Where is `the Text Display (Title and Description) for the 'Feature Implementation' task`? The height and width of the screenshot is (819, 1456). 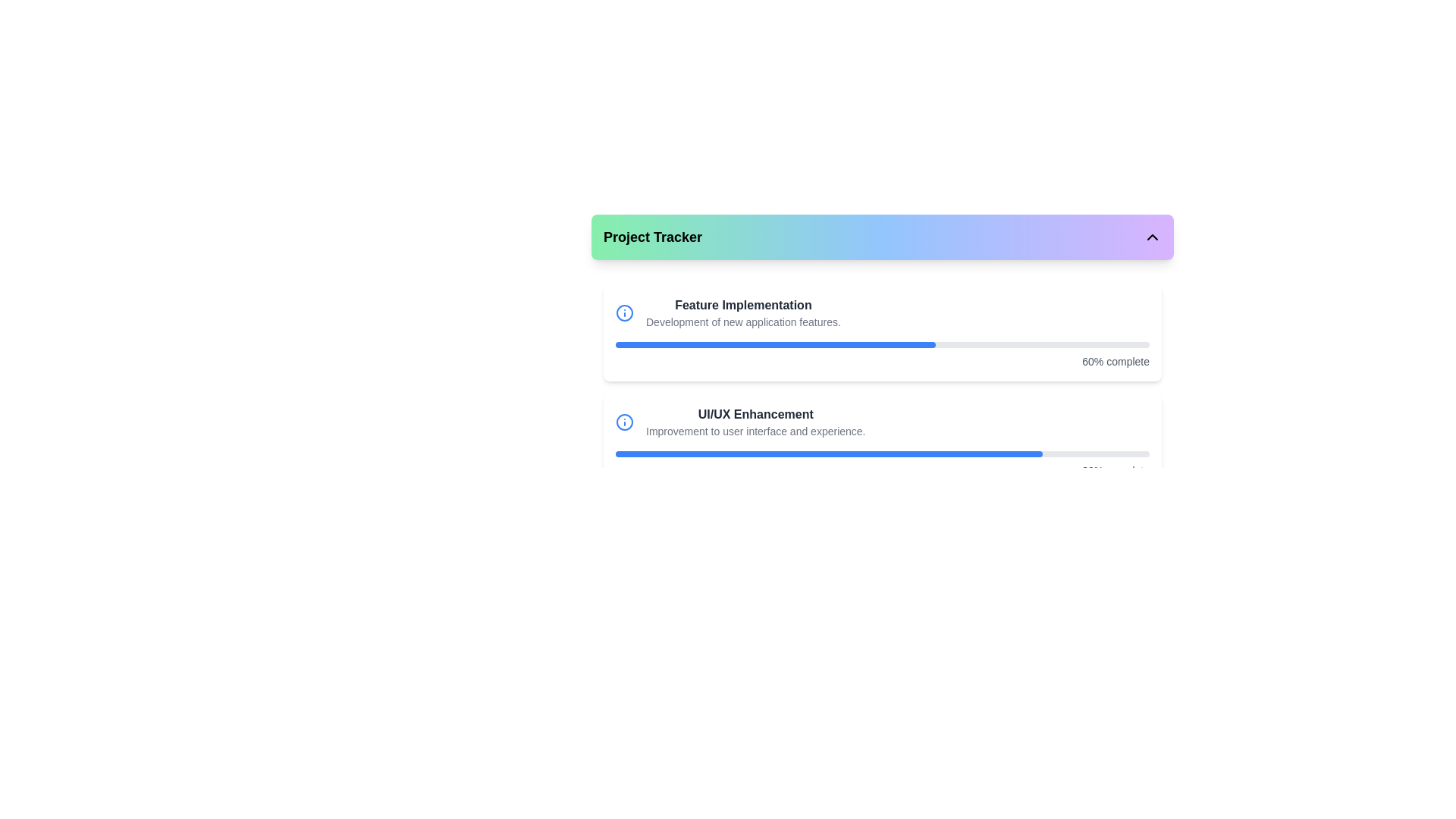 the Text Display (Title and Description) for the 'Feature Implementation' task is located at coordinates (743, 312).